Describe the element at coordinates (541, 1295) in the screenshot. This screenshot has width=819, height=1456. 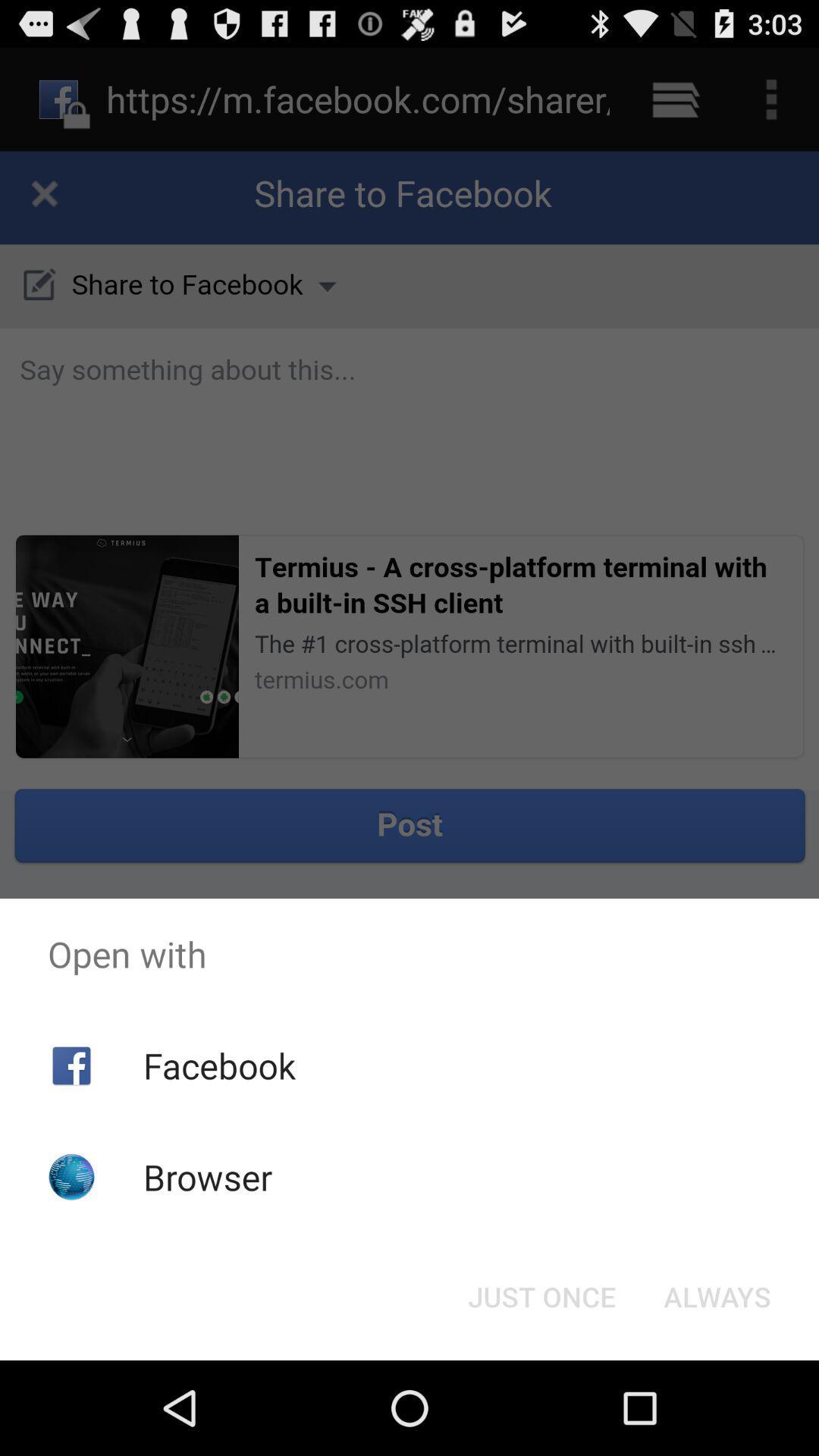
I see `the item to the left of always button` at that location.